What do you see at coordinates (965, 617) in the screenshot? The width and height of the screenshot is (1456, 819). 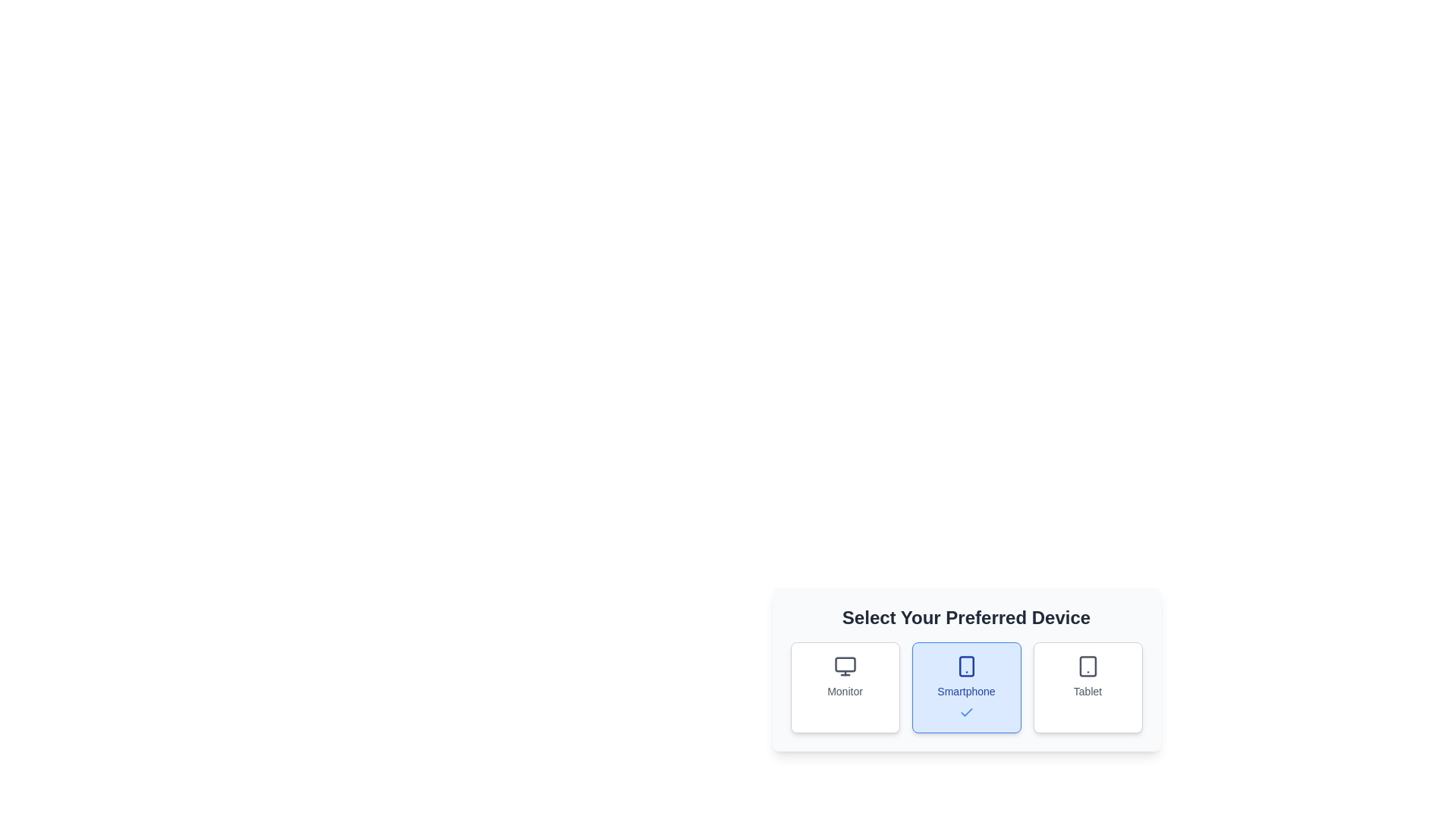 I see `text from the Text Label that serves as a title or instruction for the selection options above the grid of items` at bounding box center [965, 617].